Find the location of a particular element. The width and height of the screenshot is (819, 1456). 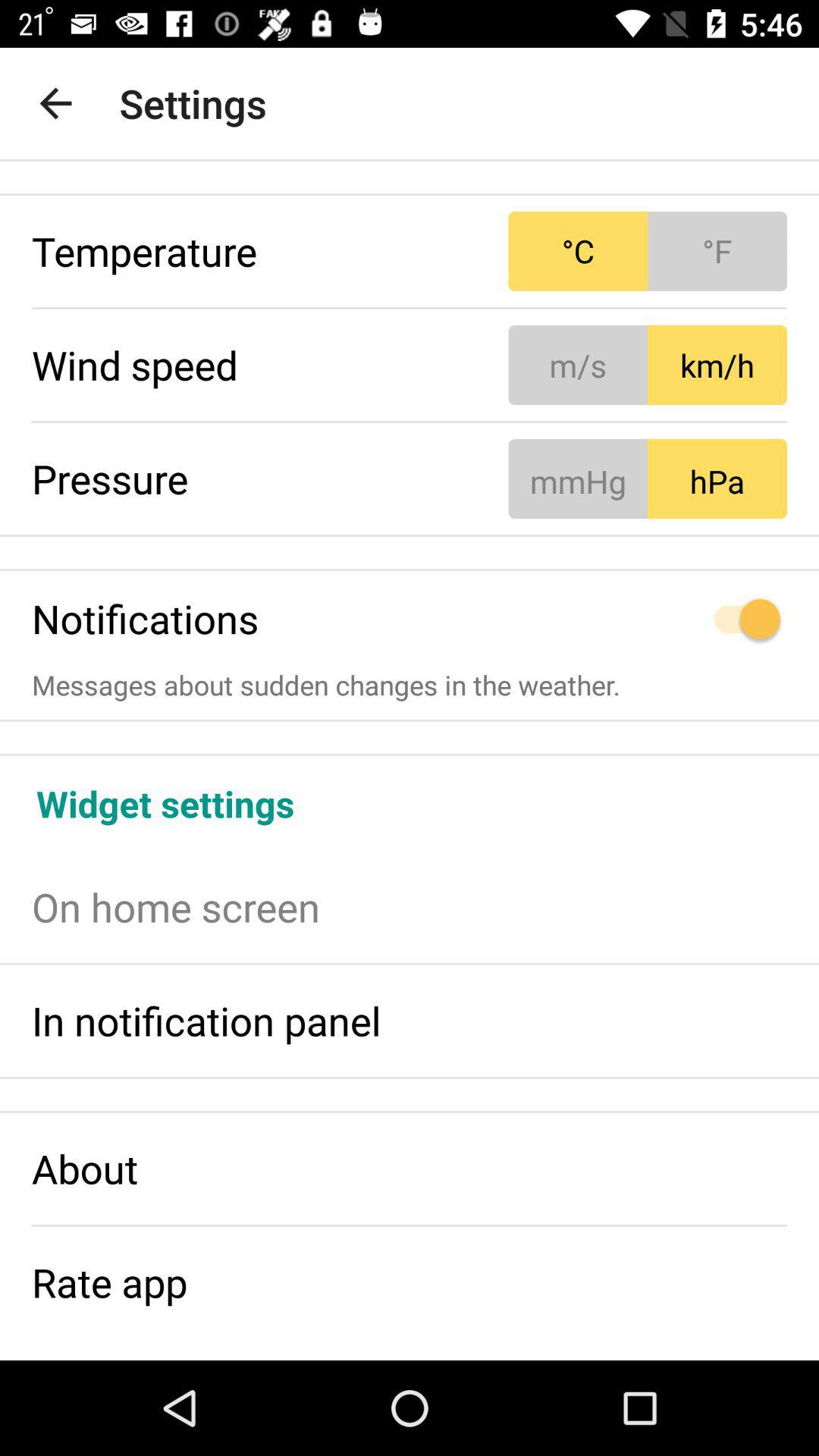

the on home screen item is located at coordinates (409, 907).